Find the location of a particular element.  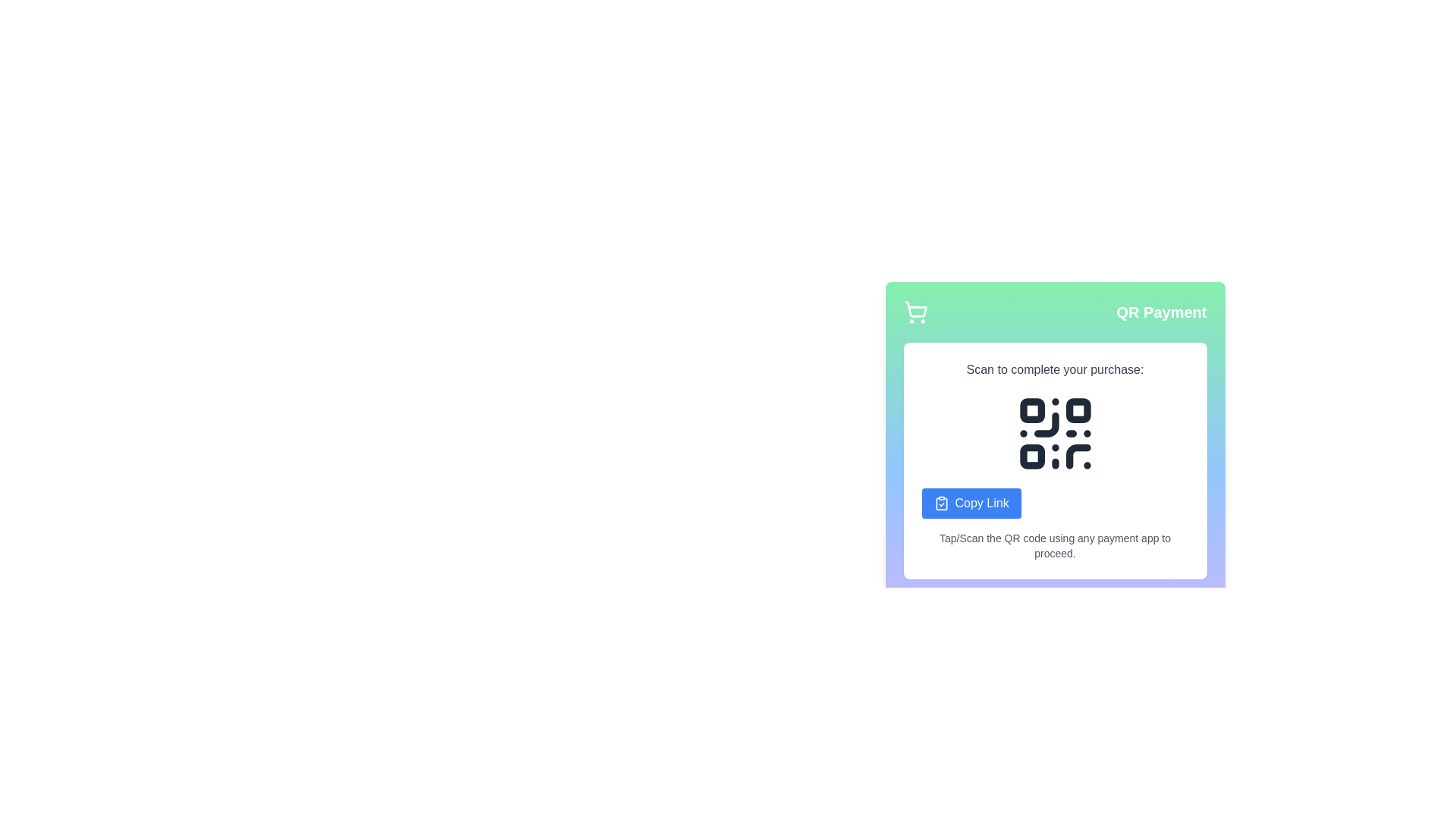

the instructional header text label that guides the user to scan a QR code for completing their purchase is located at coordinates (1054, 370).